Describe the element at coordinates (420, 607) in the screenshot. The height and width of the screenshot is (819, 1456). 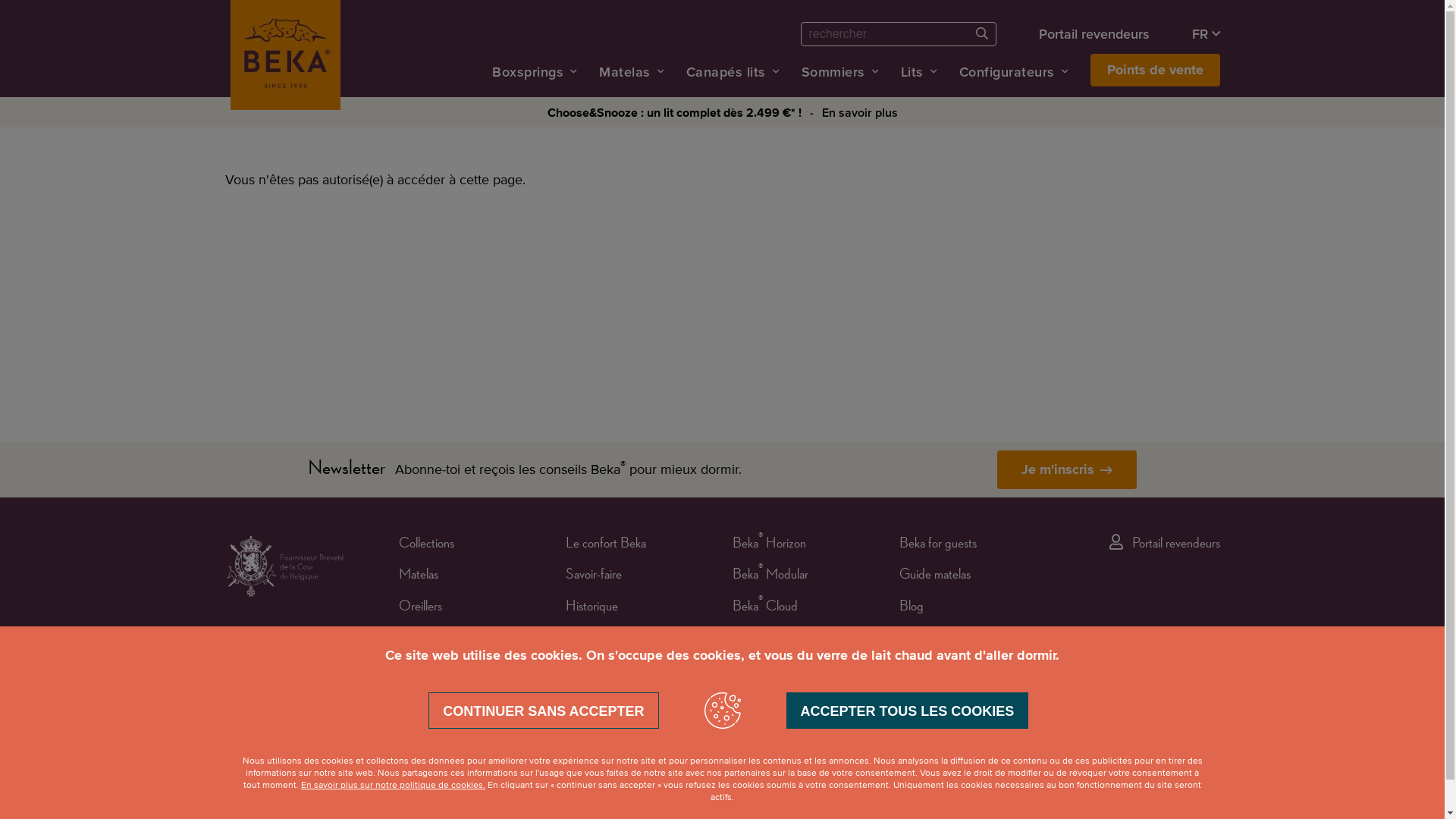
I see `'Oreillers'` at that location.